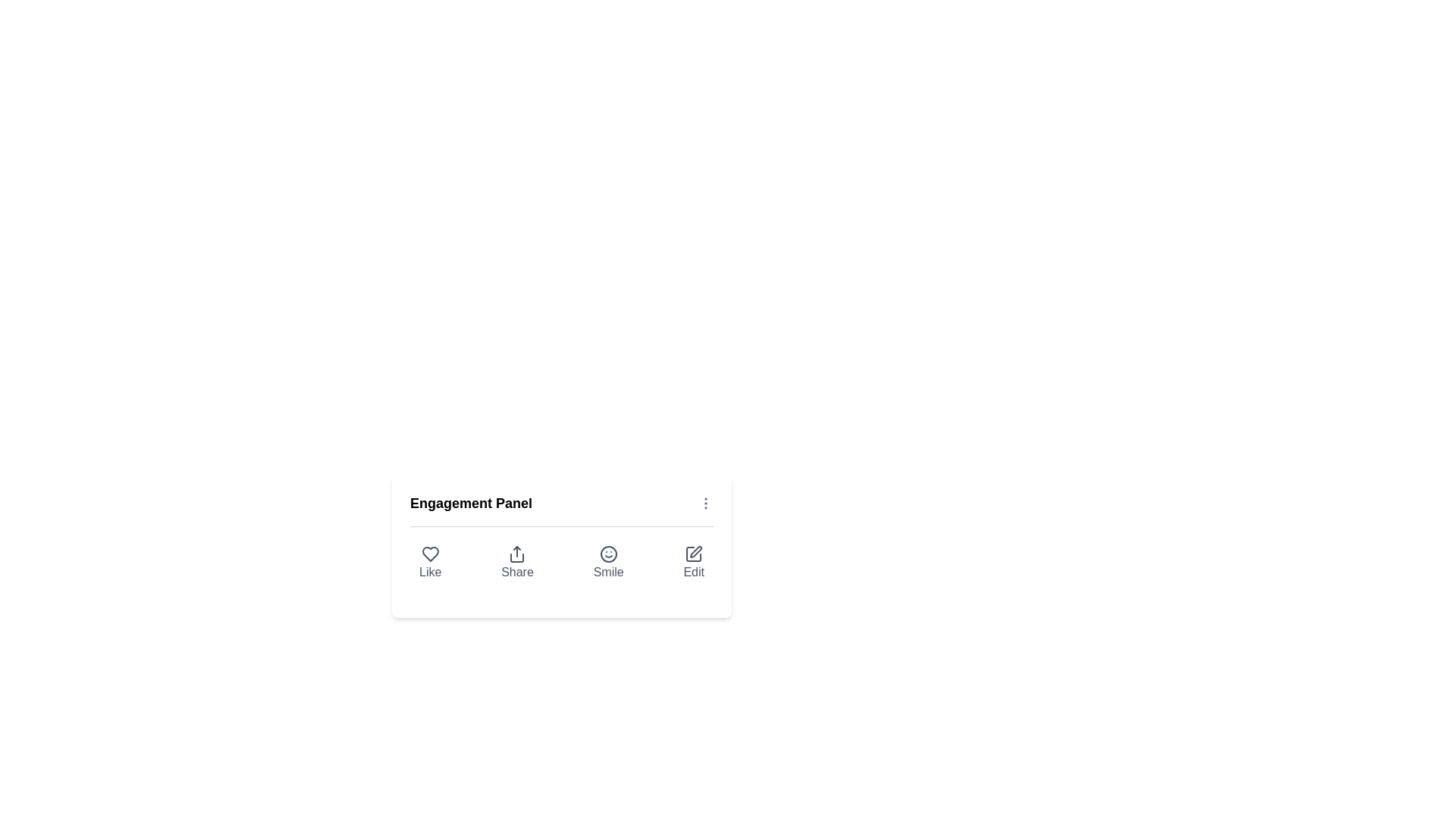  What do you see at coordinates (429, 563) in the screenshot?
I see `the 'Like' button located at the far left of the horizontal button set in the 'Engagement Panel' card to express approval for the content` at bounding box center [429, 563].